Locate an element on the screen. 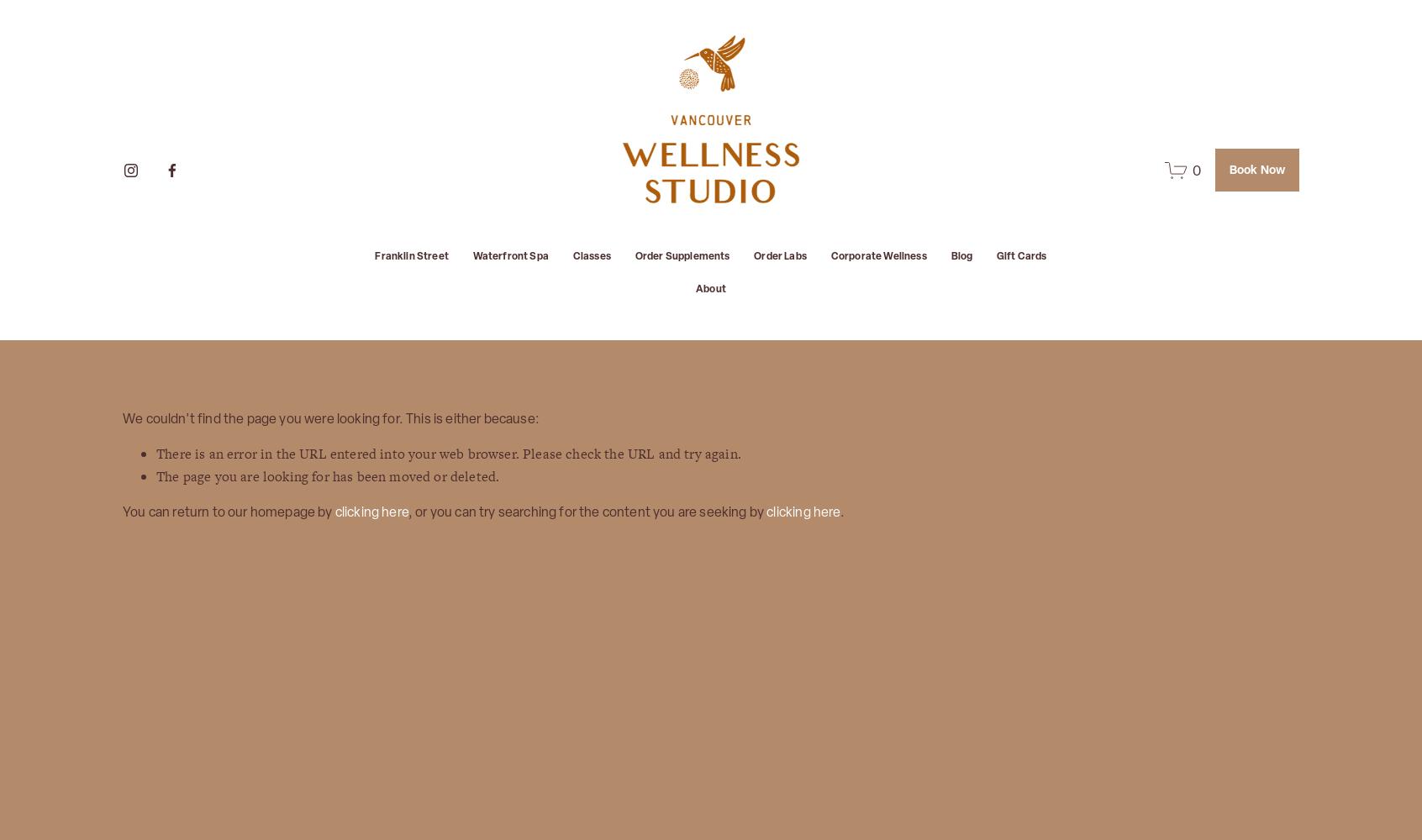  'Blog' is located at coordinates (949, 256).